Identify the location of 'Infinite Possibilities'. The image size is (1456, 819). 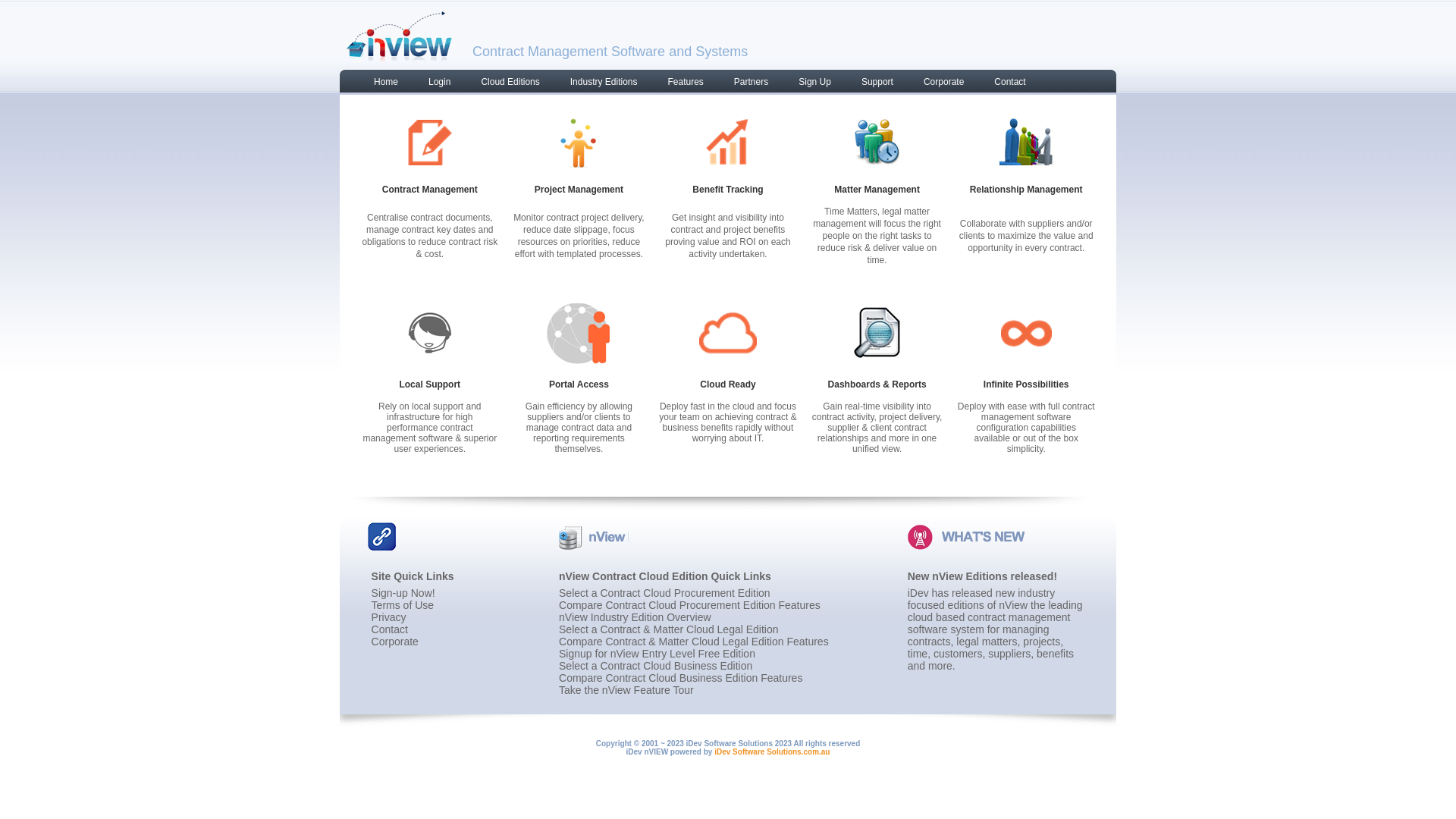
(983, 383).